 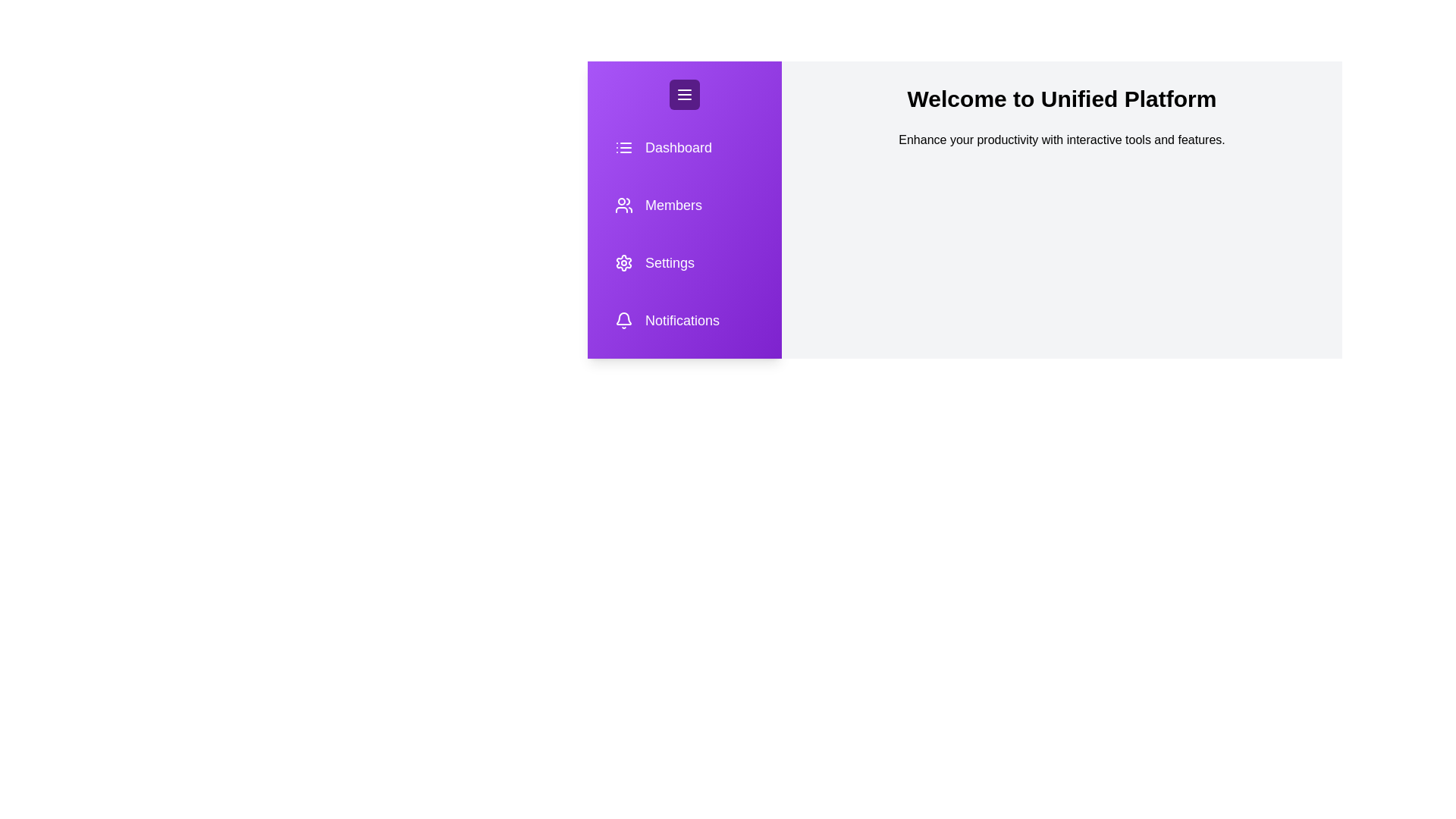 I want to click on the sidebar item labeled Members, so click(x=683, y=205).